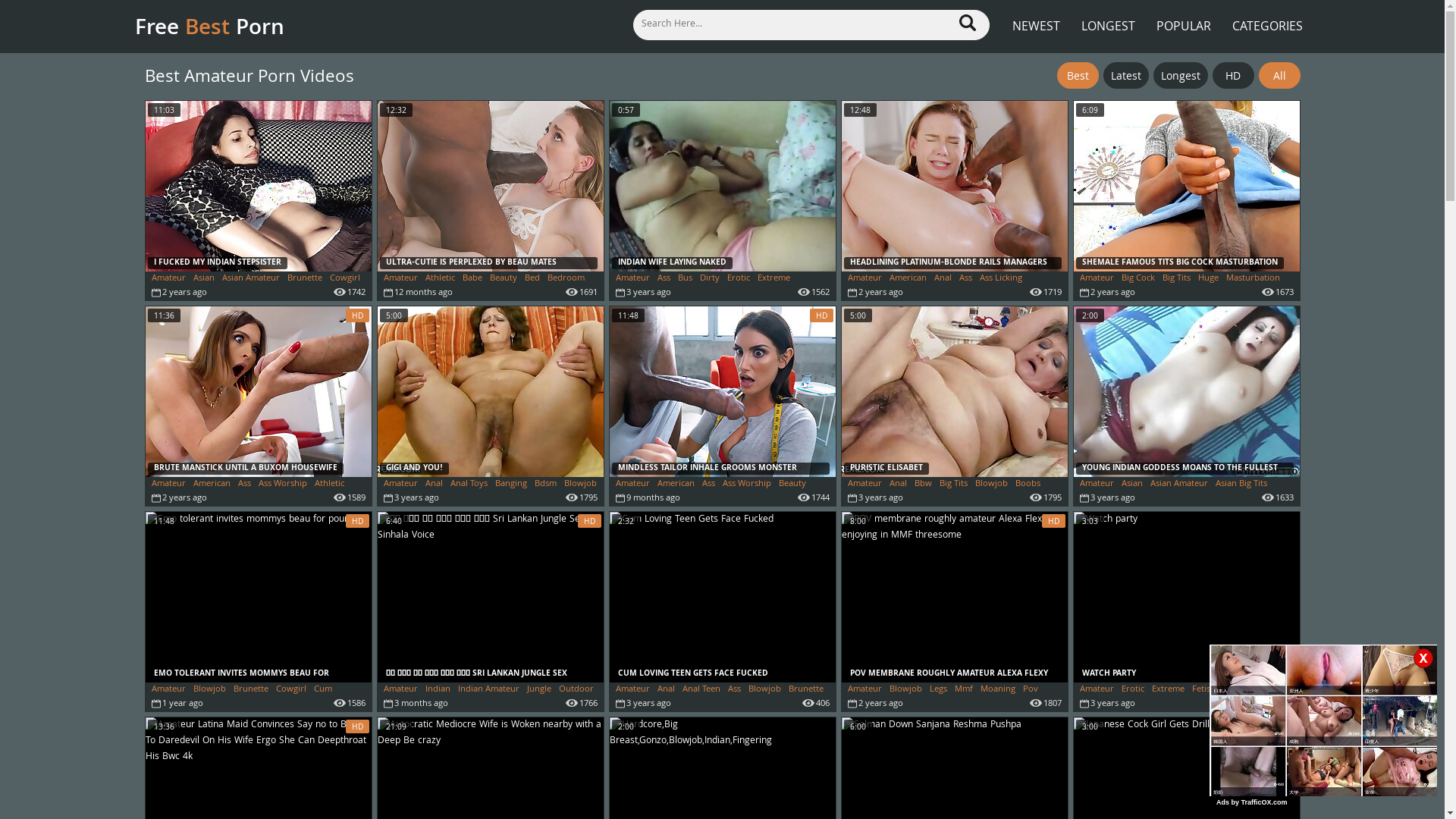 This screenshot has width=1456, height=819. Describe the element at coordinates (328, 484) in the screenshot. I see `'Athletic'` at that location.